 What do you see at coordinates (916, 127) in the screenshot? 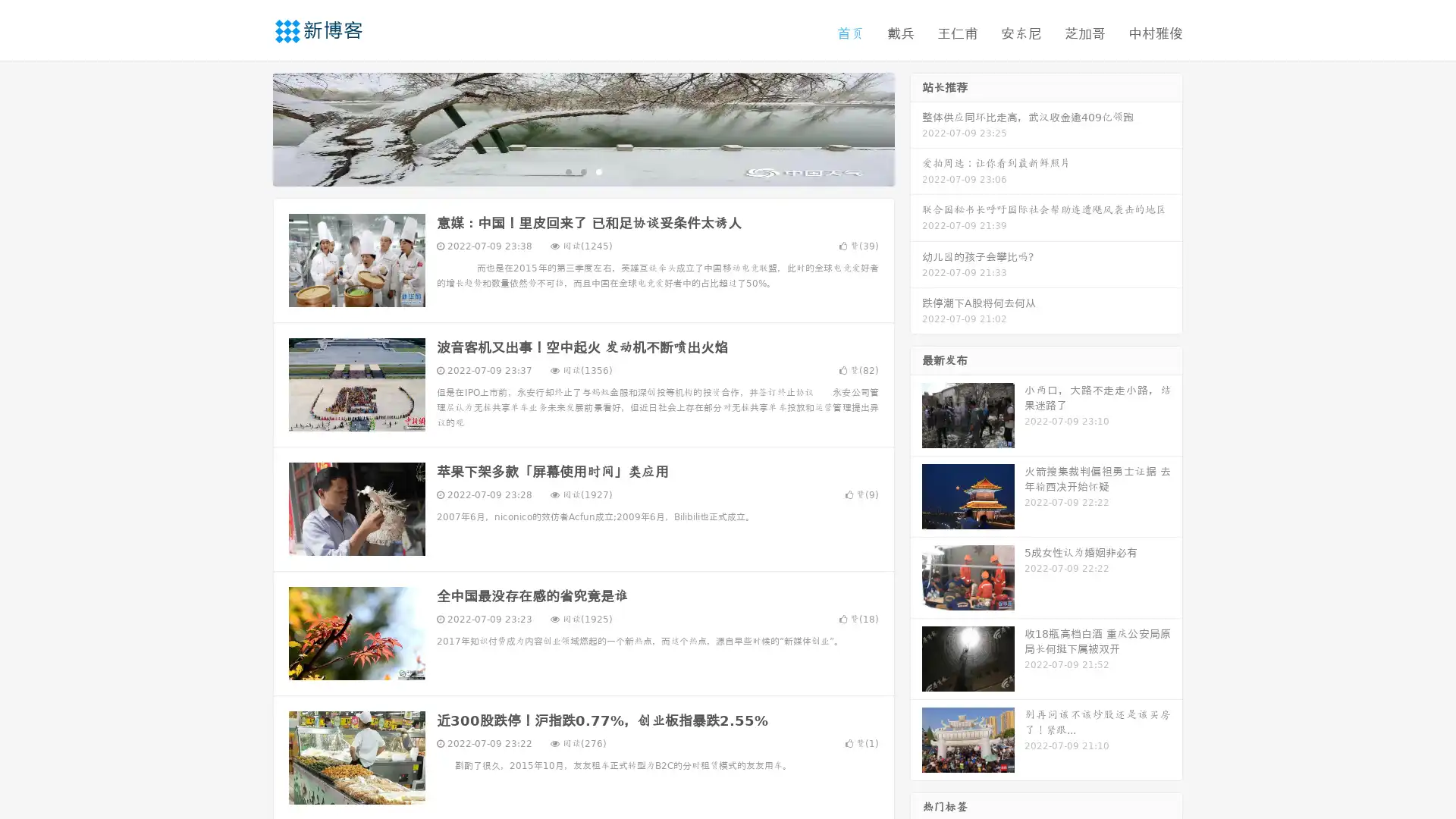
I see `Next slide` at bounding box center [916, 127].